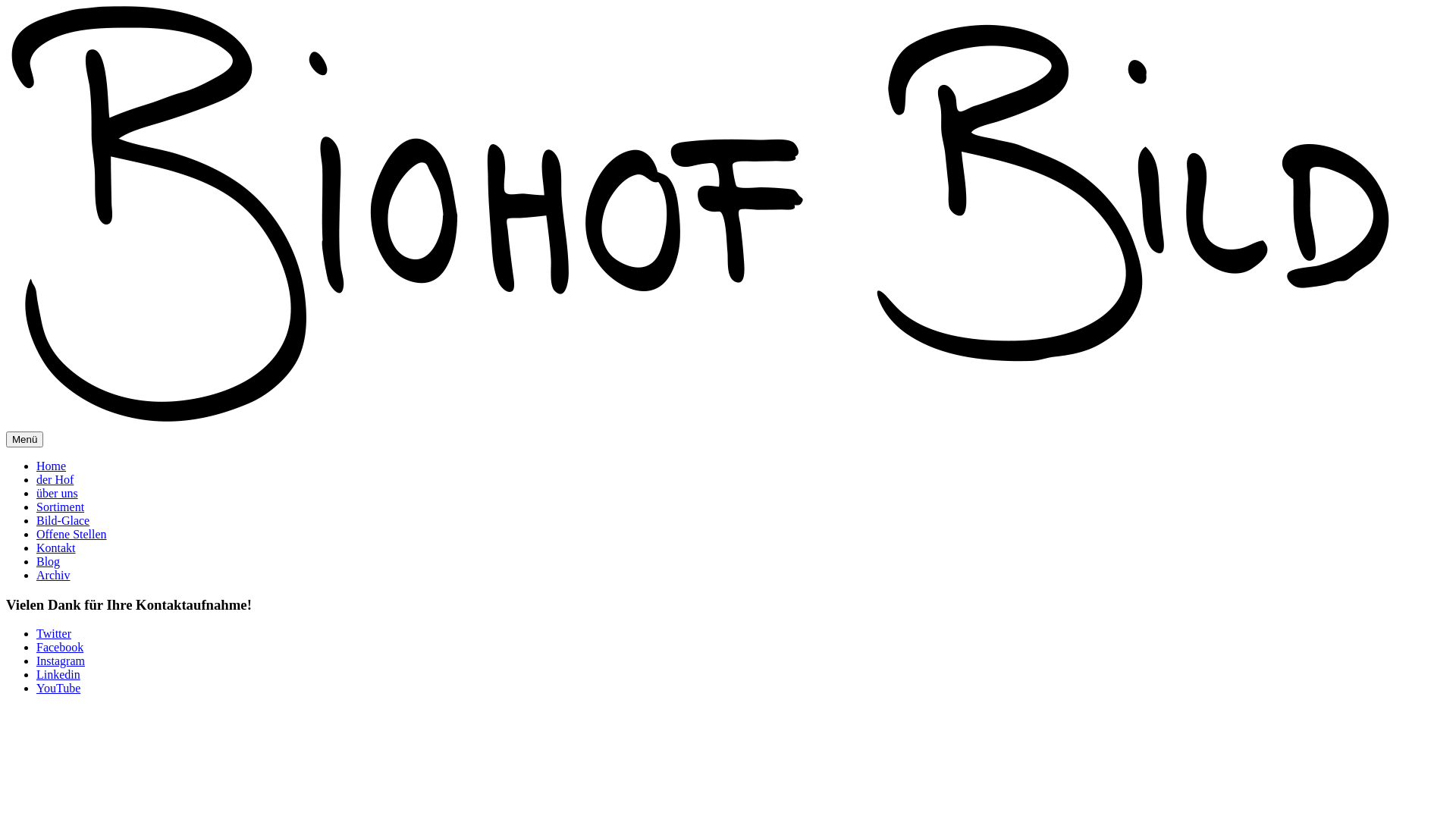  Describe the element at coordinates (36, 465) in the screenshot. I see `'Home'` at that location.